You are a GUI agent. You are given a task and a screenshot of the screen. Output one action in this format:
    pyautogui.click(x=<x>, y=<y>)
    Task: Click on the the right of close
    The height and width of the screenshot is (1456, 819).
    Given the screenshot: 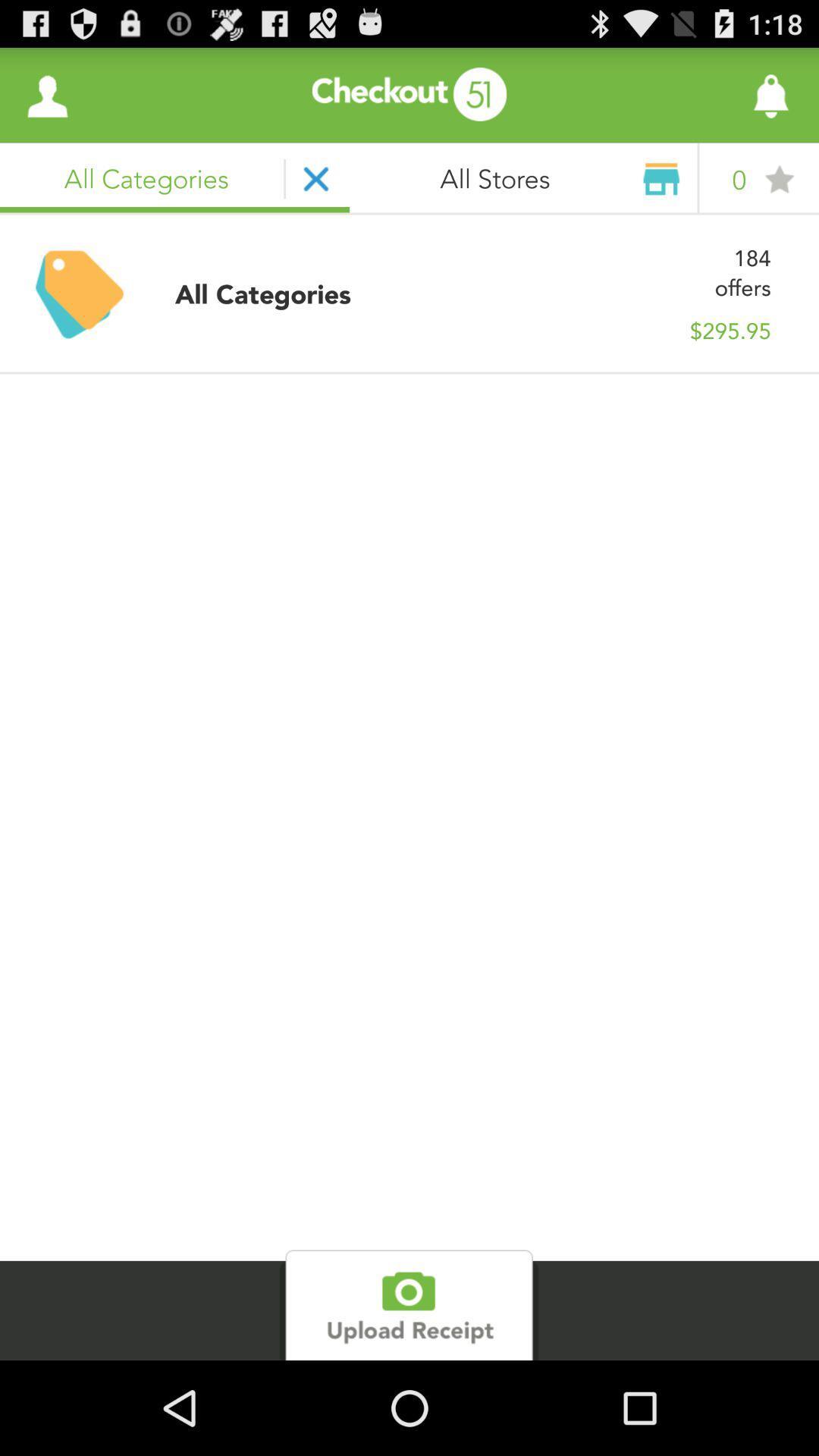 What is the action you would take?
    pyautogui.click(x=523, y=179)
    